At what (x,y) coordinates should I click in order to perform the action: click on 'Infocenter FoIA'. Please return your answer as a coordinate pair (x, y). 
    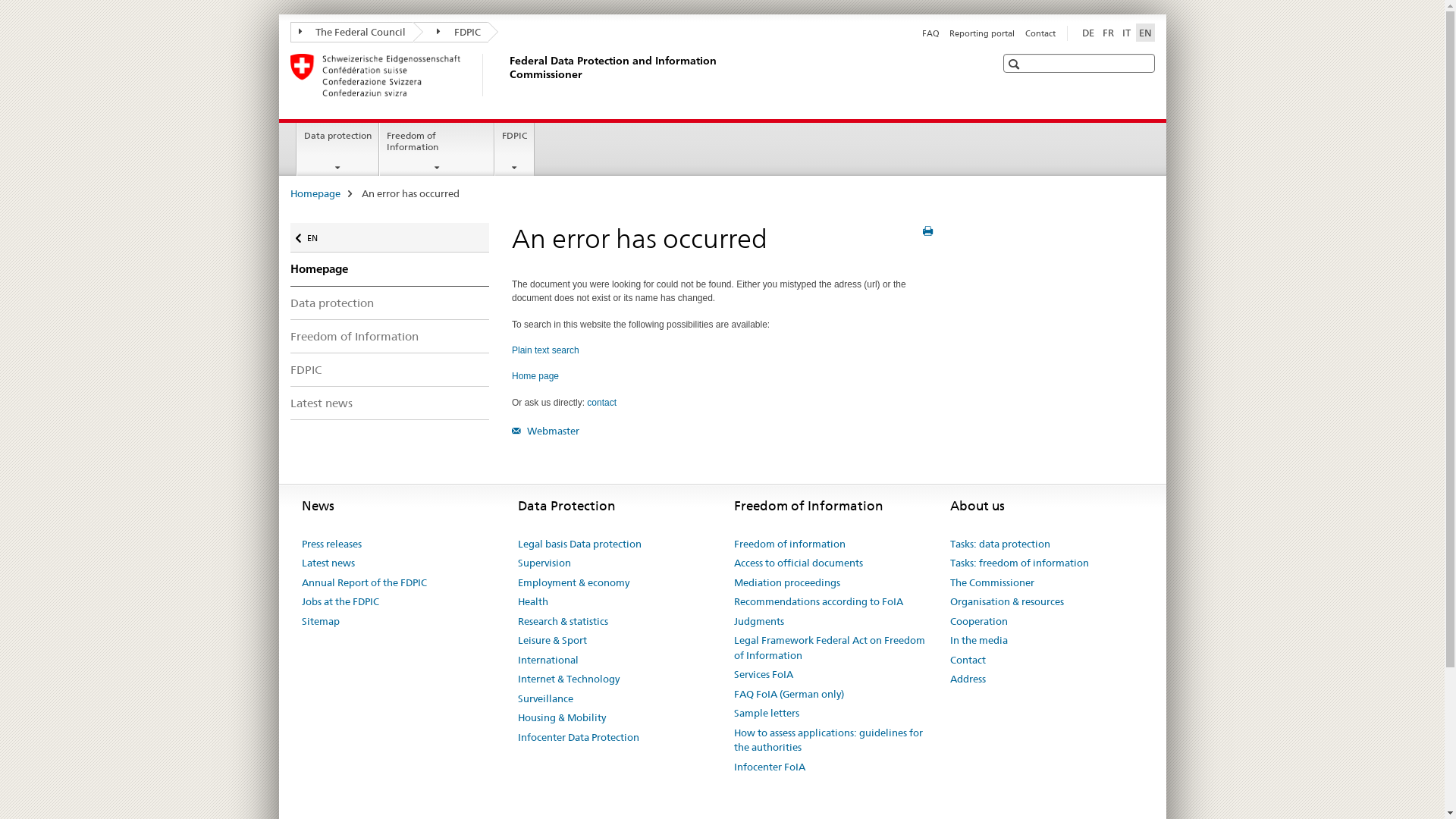
    Looking at the image, I should click on (769, 767).